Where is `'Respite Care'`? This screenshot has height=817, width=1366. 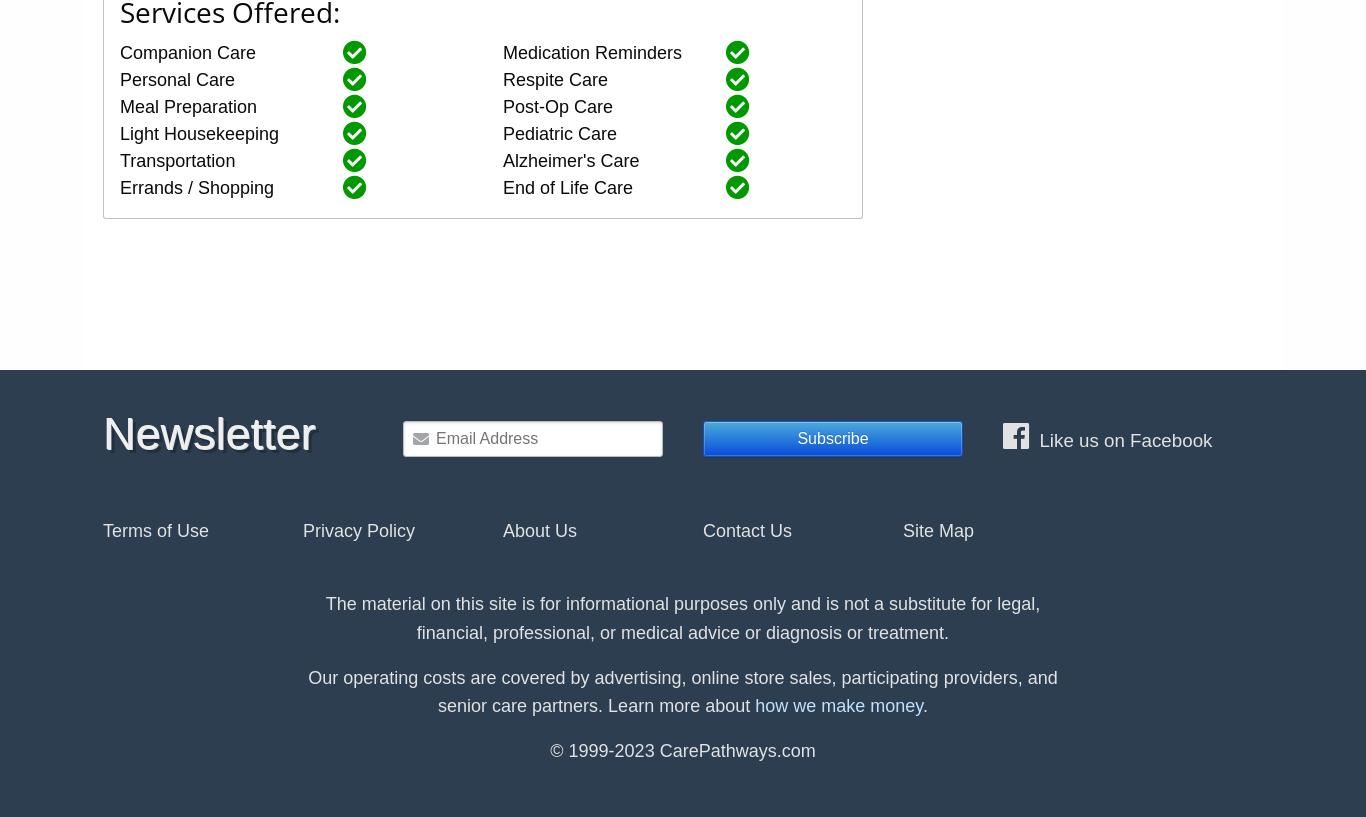
'Respite Care' is located at coordinates (555, 78).